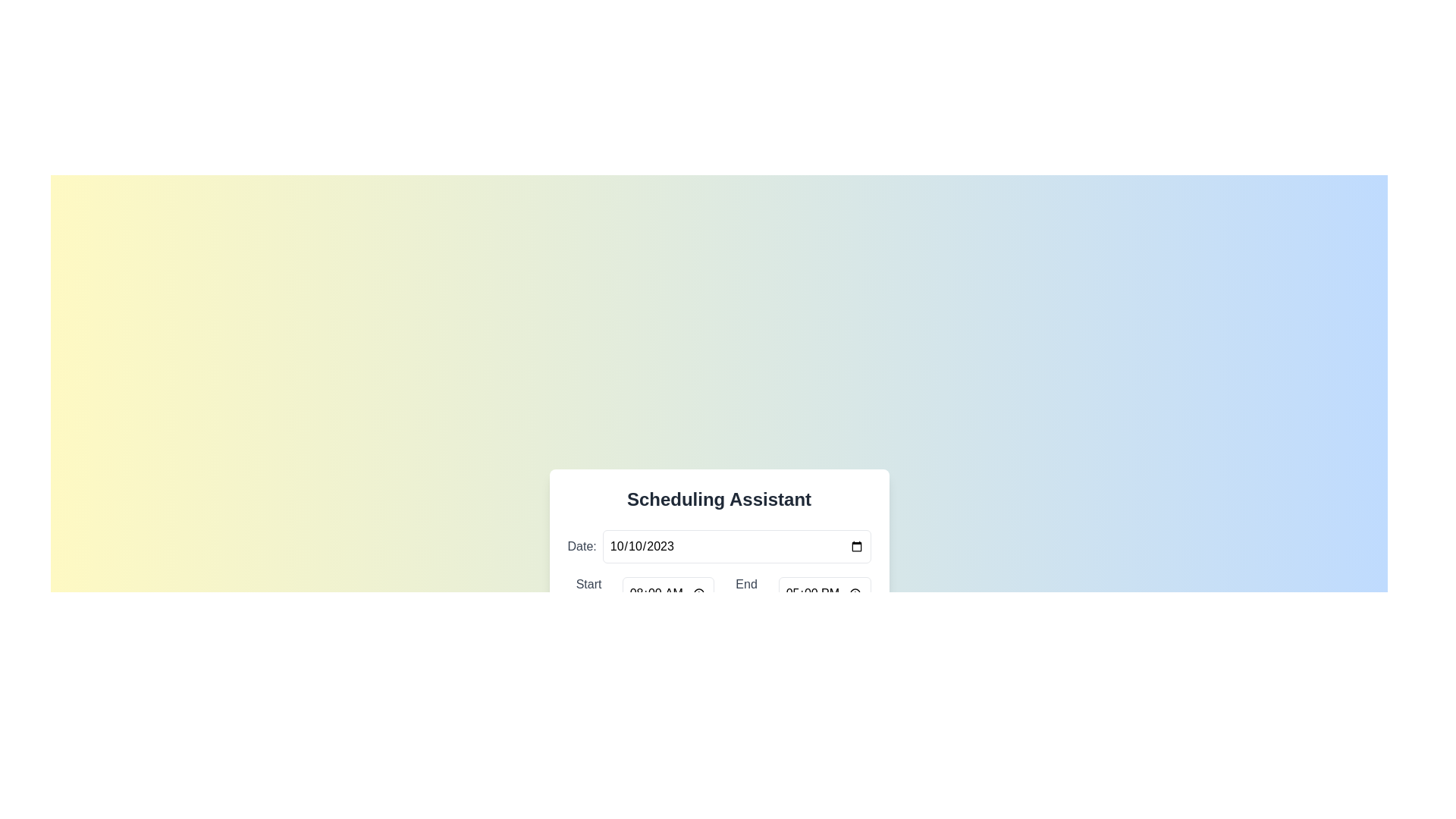 The image size is (1456, 819). Describe the element at coordinates (588, 593) in the screenshot. I see `the text label indicating the start time of an event, which is located above the '08:00' time input field and to the left of the 'End Time:' label` at that location.